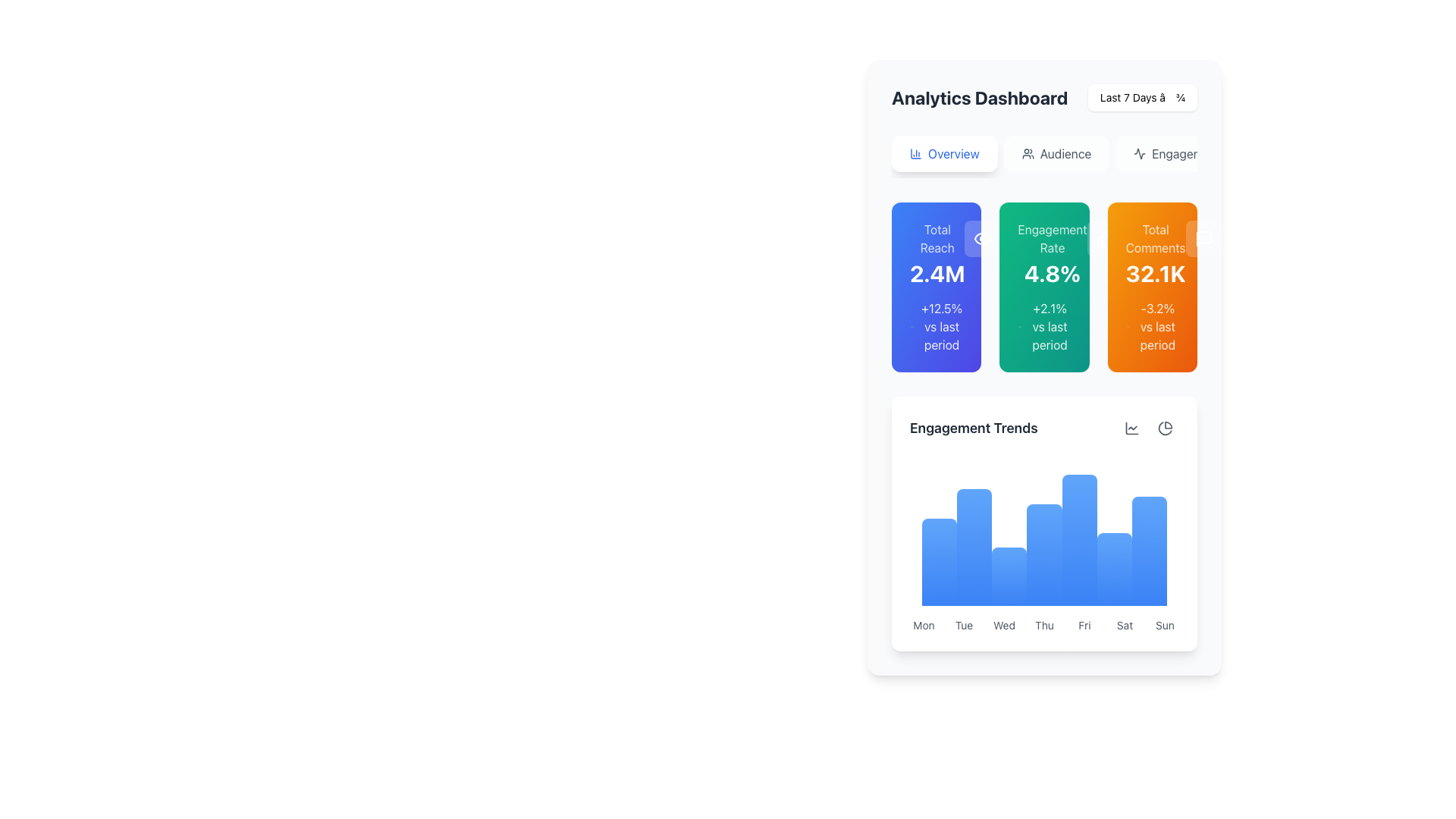 This screenshot has height=819, width=1456. Describe the element at coordinates (963, 626) in the screenshot. I see `the text label indicating Tuesday, which is the second item in the group of weekday labels below the 'Engagement Trends' bar chart` at that location.